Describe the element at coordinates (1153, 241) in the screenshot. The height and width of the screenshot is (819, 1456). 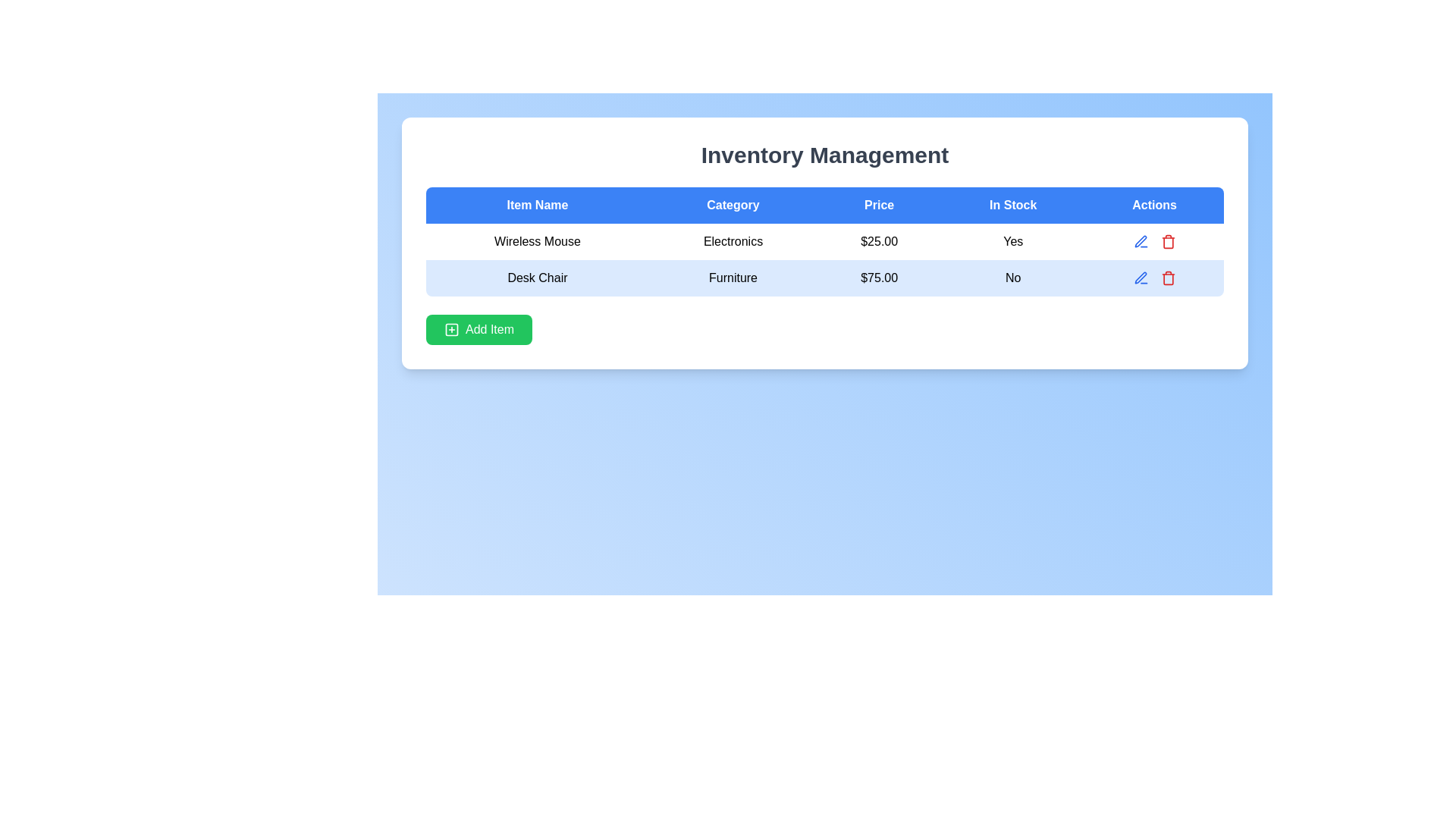
I see `the interactive icons in the 'Actions' column of the first row of the table corresponding to the 'Wireless Mouse' item` at that location.